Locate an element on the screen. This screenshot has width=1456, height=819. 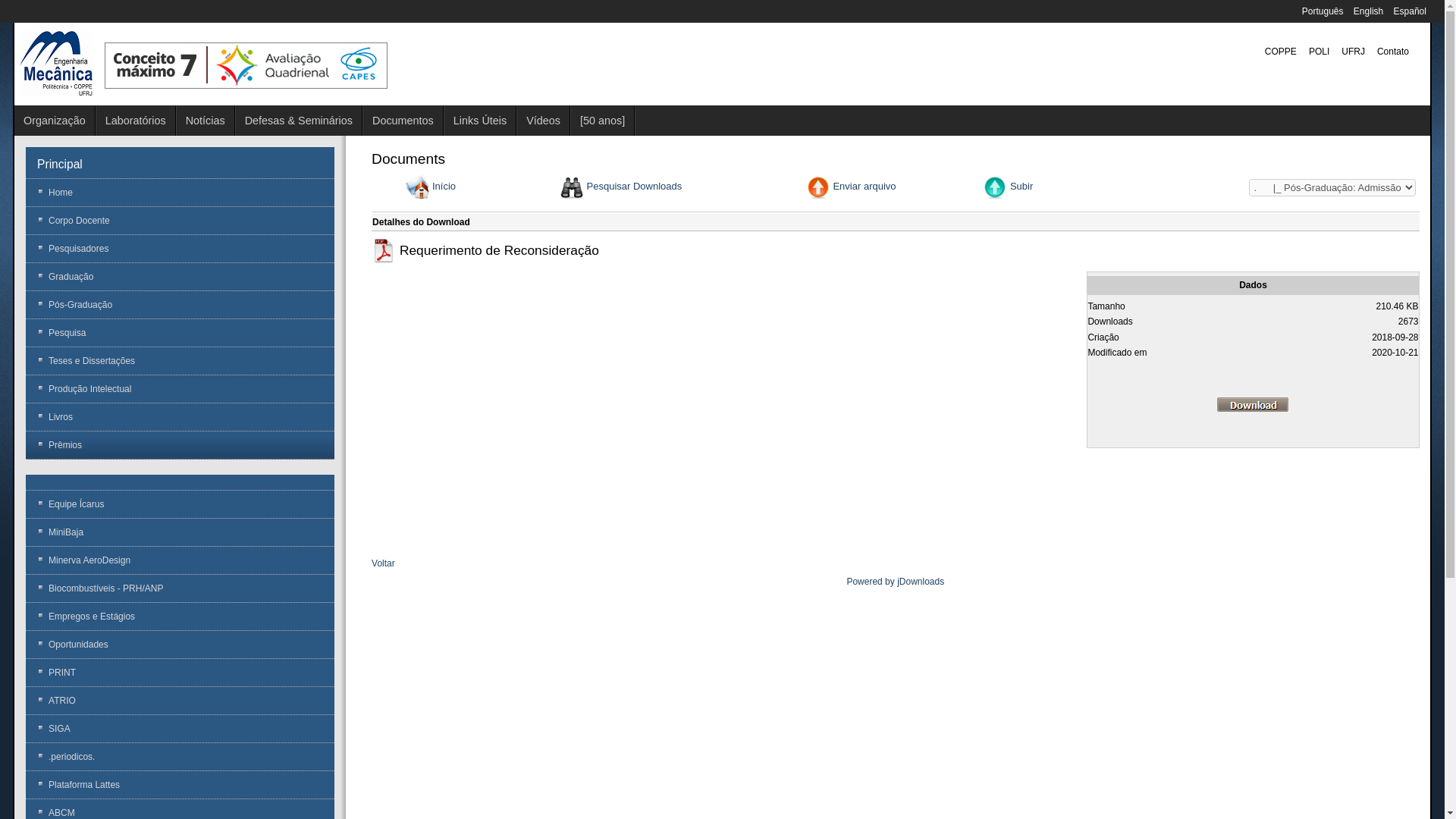
'Corpo Docente' is located at coordinates (180, 220).